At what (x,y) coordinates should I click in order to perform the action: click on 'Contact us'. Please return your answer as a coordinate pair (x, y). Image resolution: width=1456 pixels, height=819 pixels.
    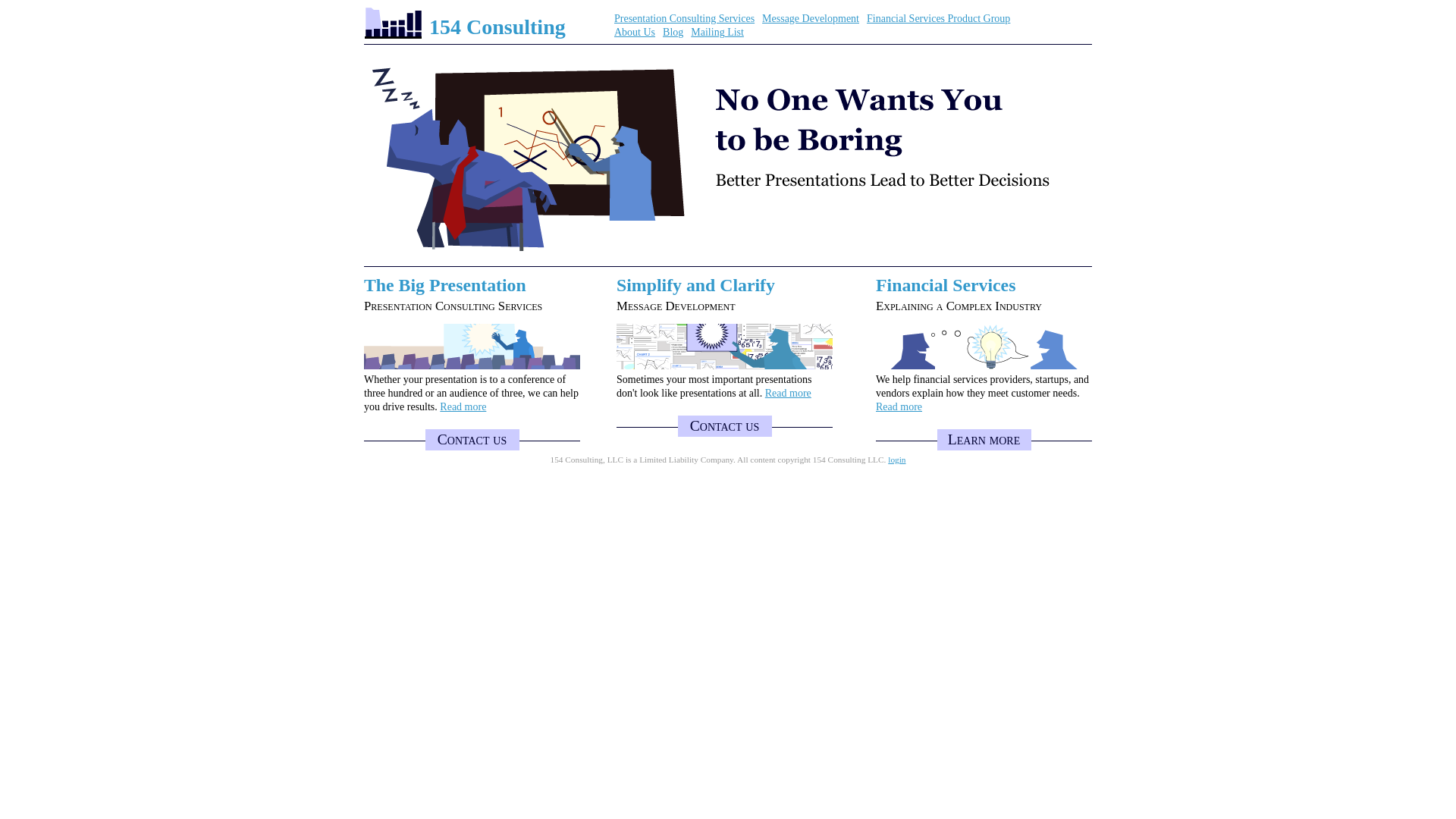
    Looking at the image, I should click on (471, 439).